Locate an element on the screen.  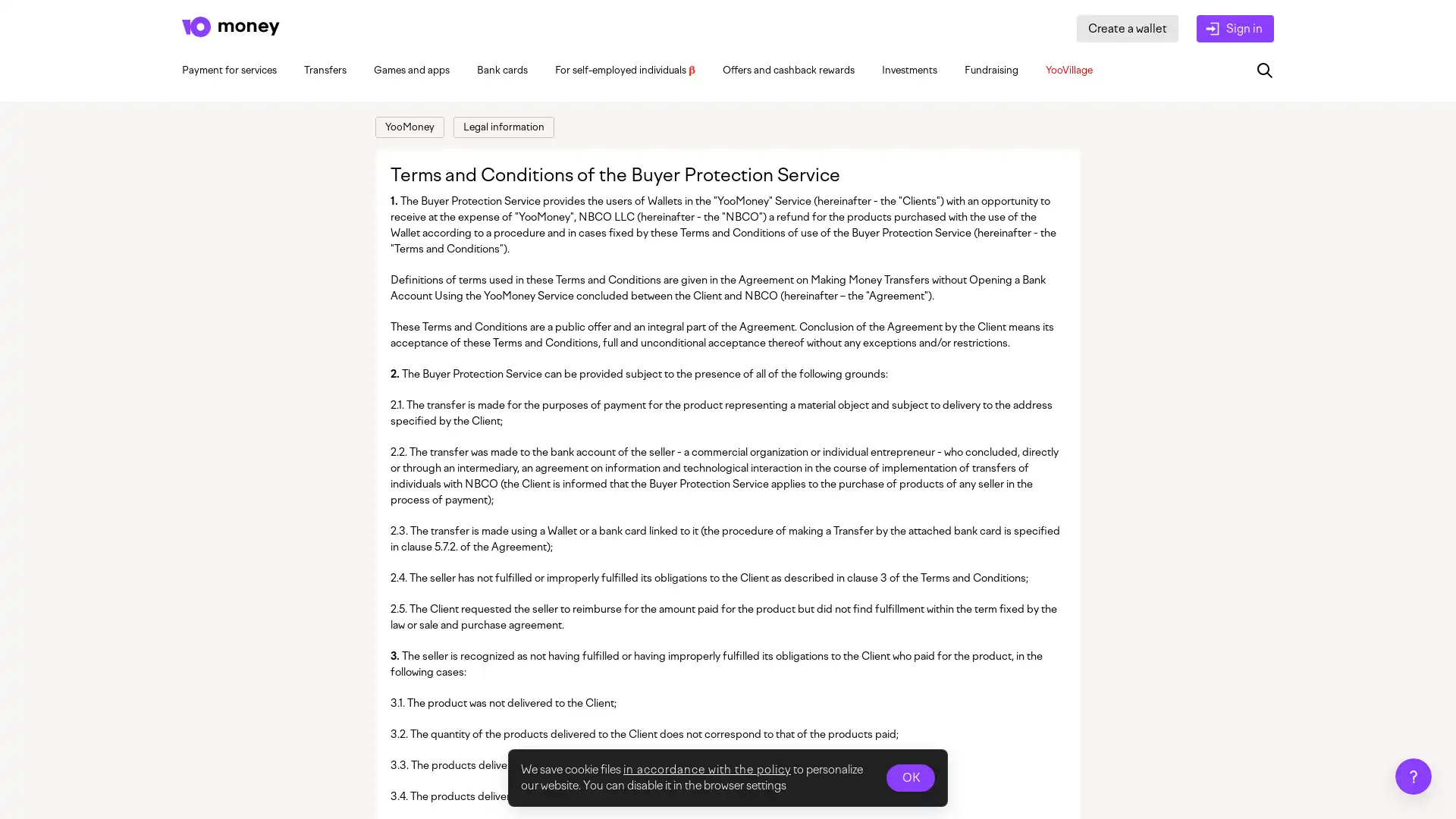
Search button is located at coordinates (1265, 70).